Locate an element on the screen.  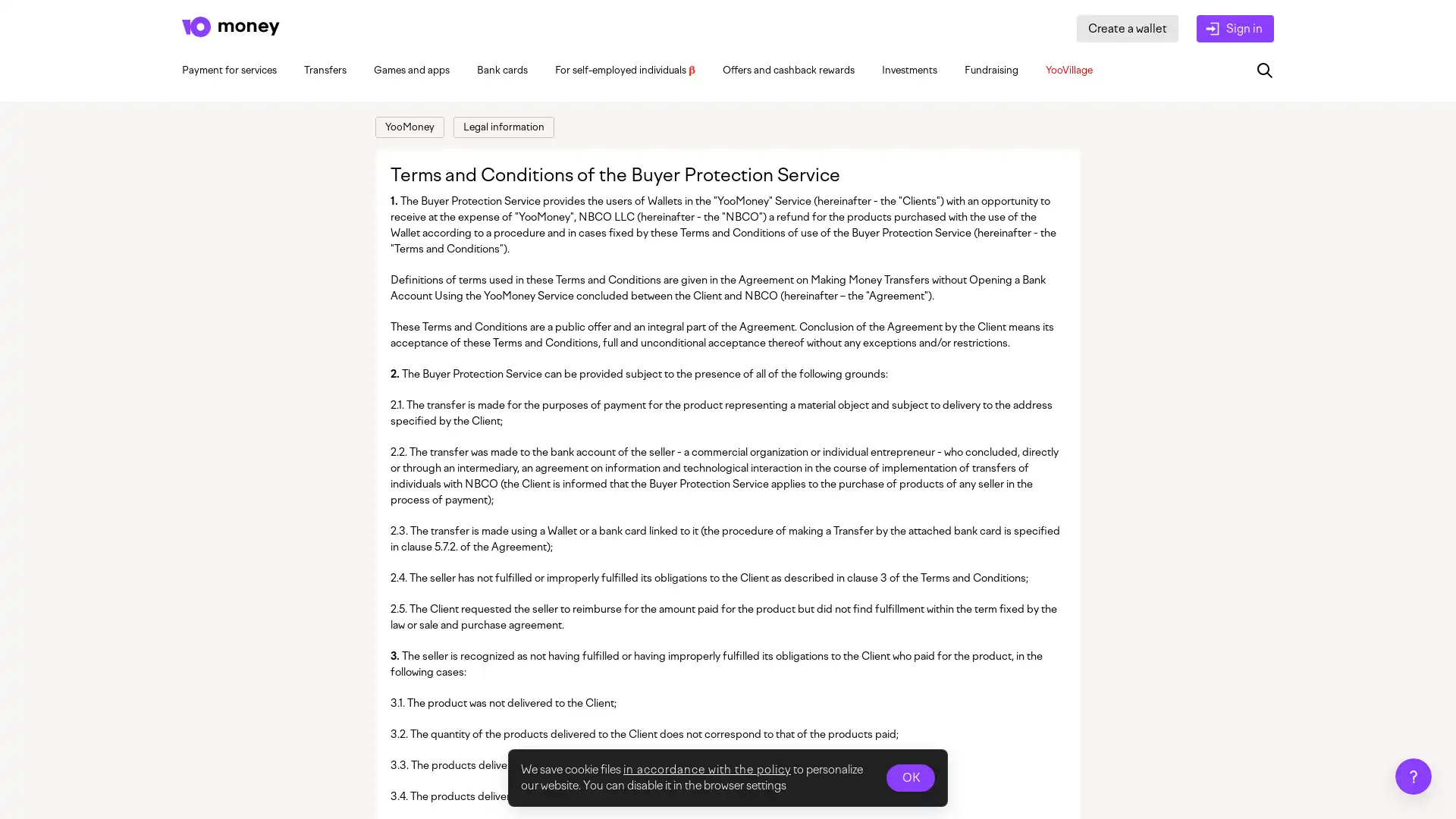
Search button is located at coordinates (1265, 70).